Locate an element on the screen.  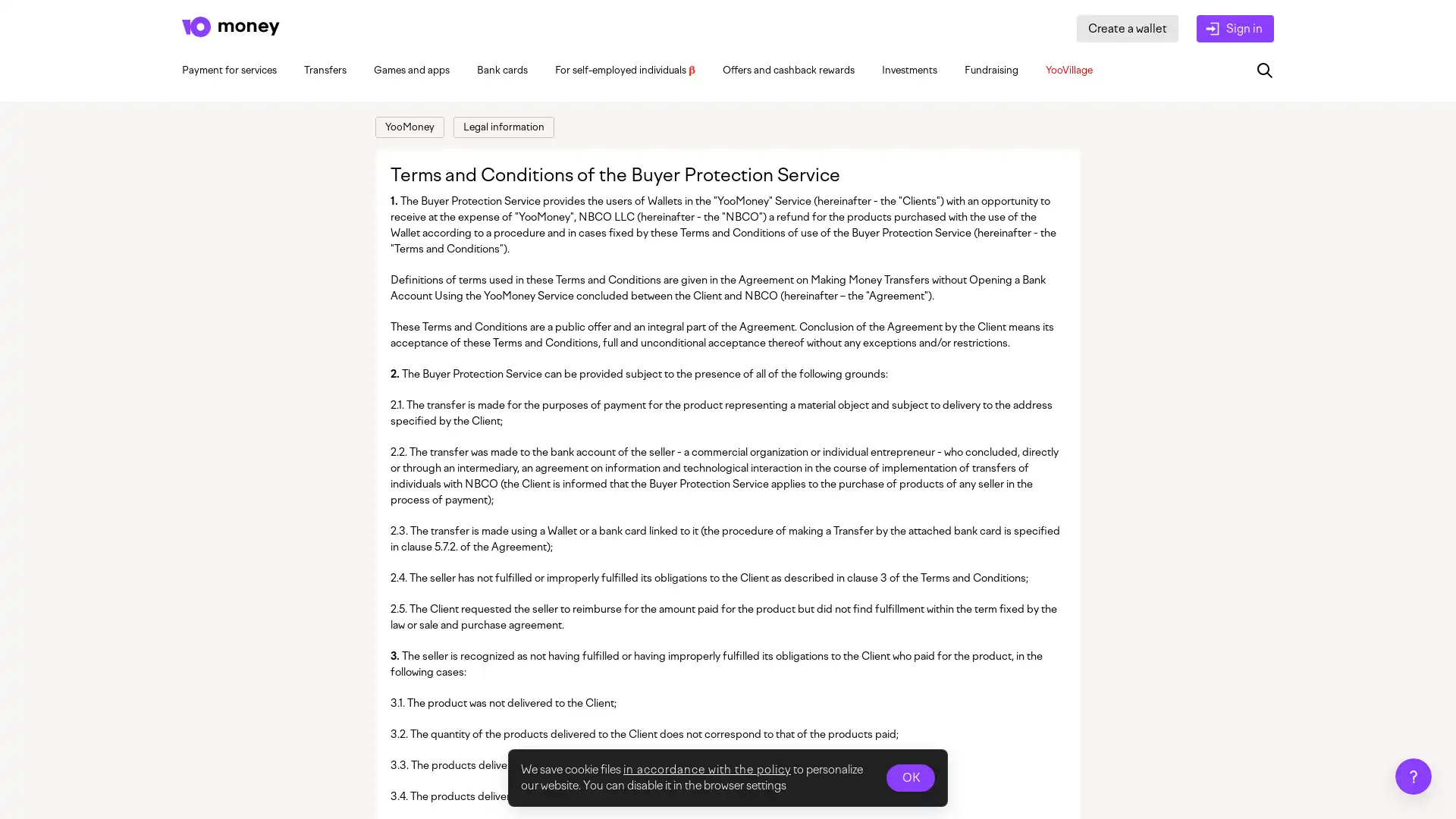
Search button is located at coordinates (1265, 70).